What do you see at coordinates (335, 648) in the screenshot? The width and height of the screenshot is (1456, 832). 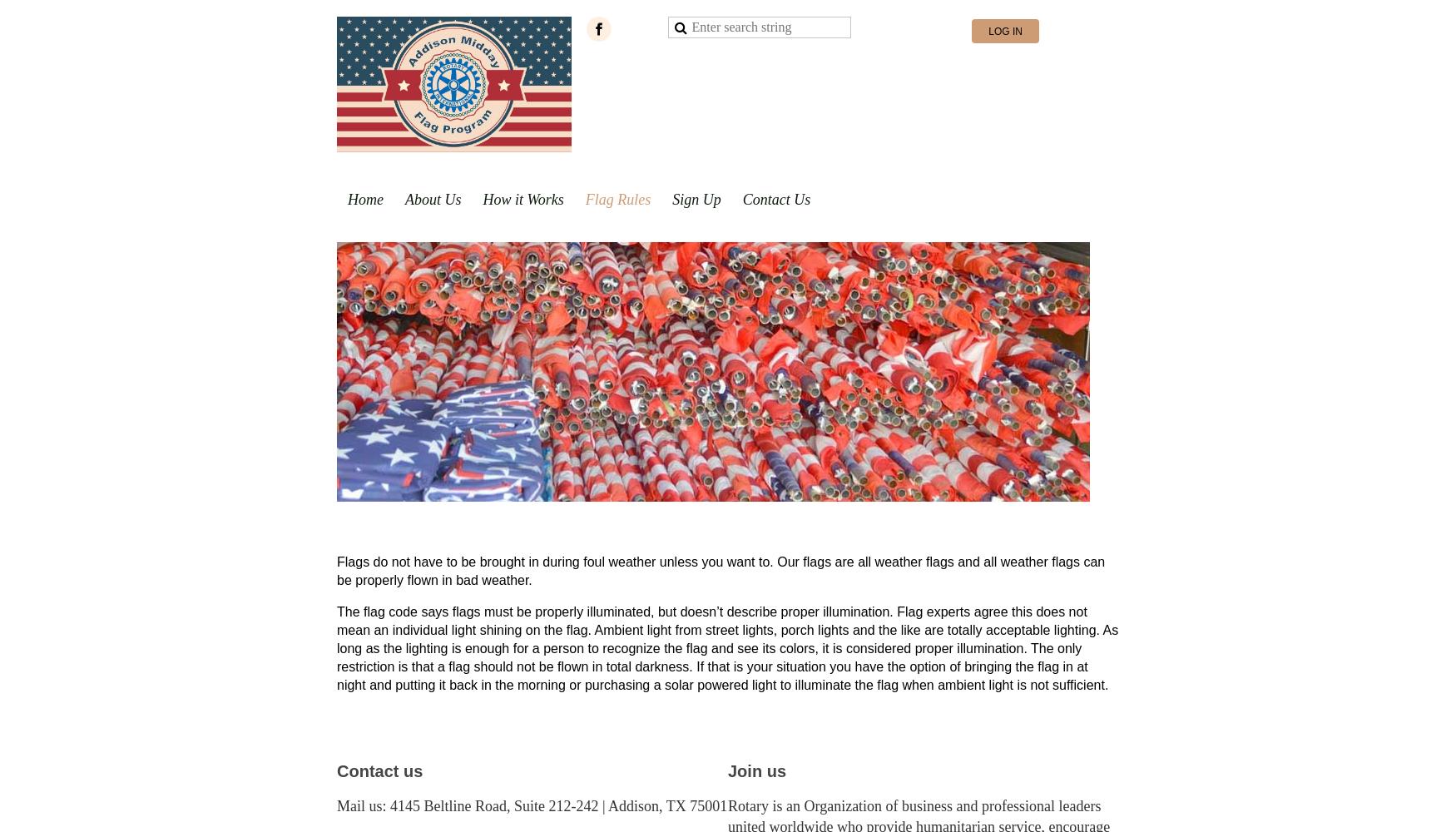 I see `'The flag code says flags must be properly illuminated, but doesn’t describe proper illumination. Flag experts agree this does not mean an individual light shining on the flag. Ambient light from street lights, porch lights and the like are totally acceptable lighting. As long as the lighting is enough for a person to recognize the flag and see its colors, it is considered proper illumination. The only restriction is that a flag should not be flown in total darkness. If that is your situation you have the option of bringing the flag in at night and putting it back in the morning or purchasing a solar powered light to illuminate the flag when ambient light is not sufficient.'` at bounding box center [335, 648].